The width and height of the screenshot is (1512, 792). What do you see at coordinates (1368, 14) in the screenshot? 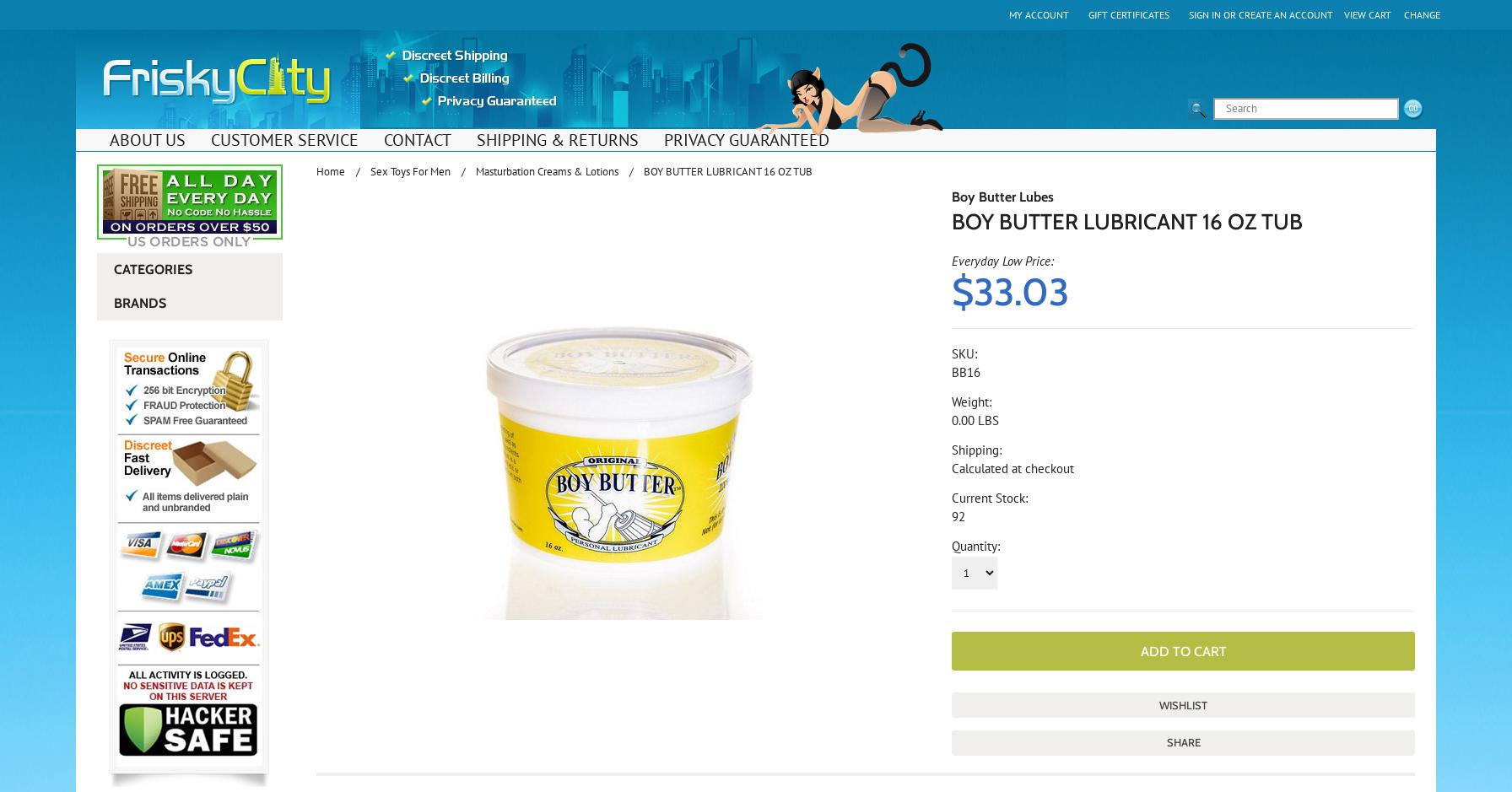
I see `'View Cart'` at bounding box center [1368, 14].